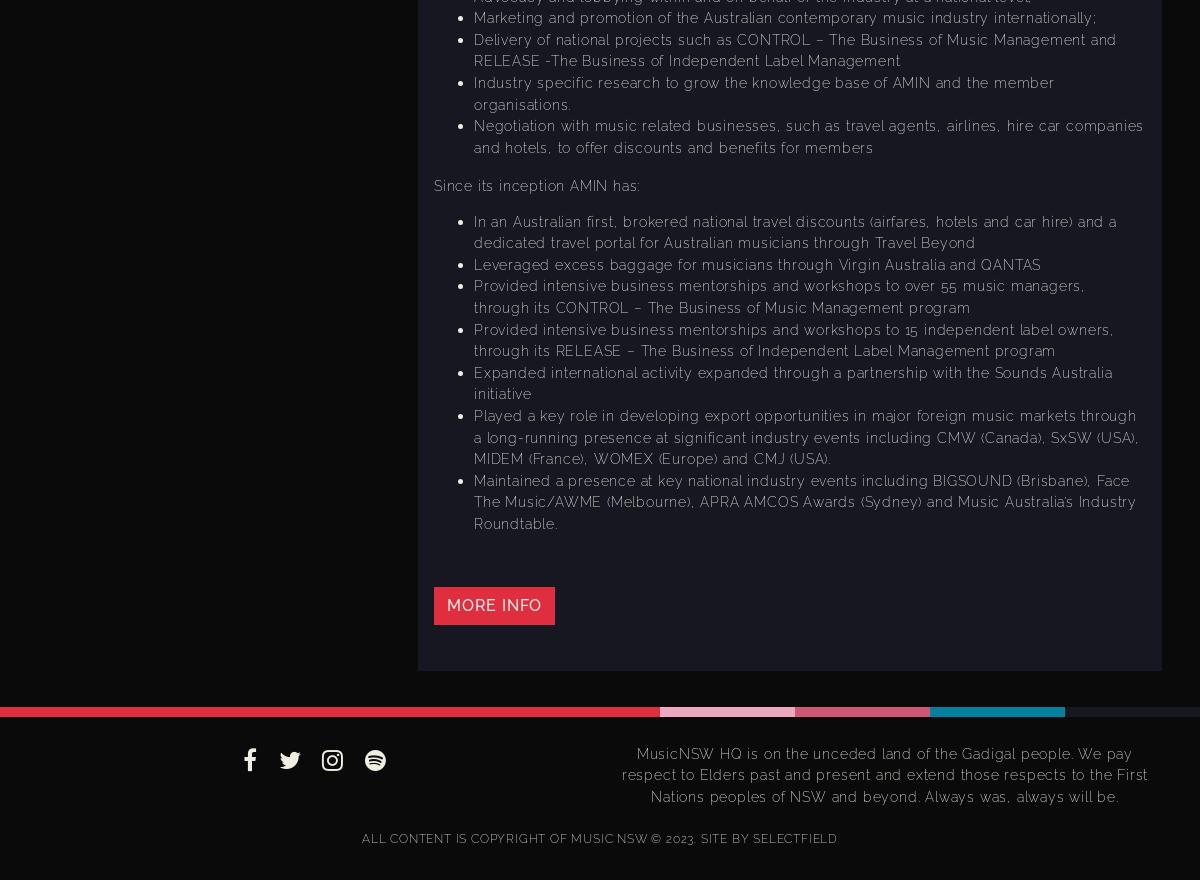 The height and width of the screenshot is (880, 1200). Describe the element at coordinates (472, 501) in the screenshot. I see `'Maintained a presence at key national industry events including BIGSOUND (Brisbane), Face The Music/AWME (Melbourne), APRA AMCOS Awards (Sydney) and Music Australia’s Industry Roundtable.'` at that location.